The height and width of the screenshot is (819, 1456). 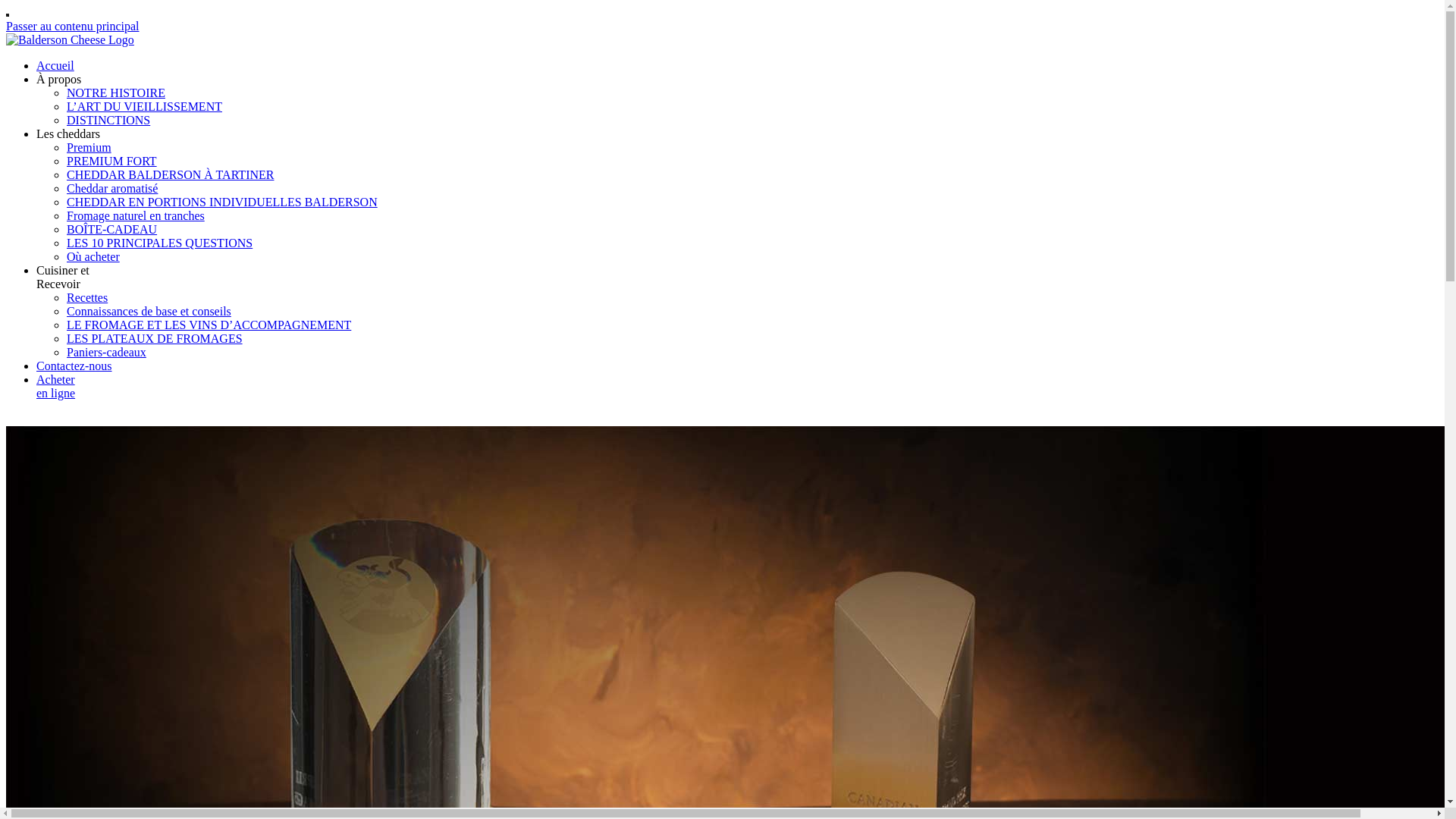 I want to click on 'Accueil', so click(x=55, y=64).